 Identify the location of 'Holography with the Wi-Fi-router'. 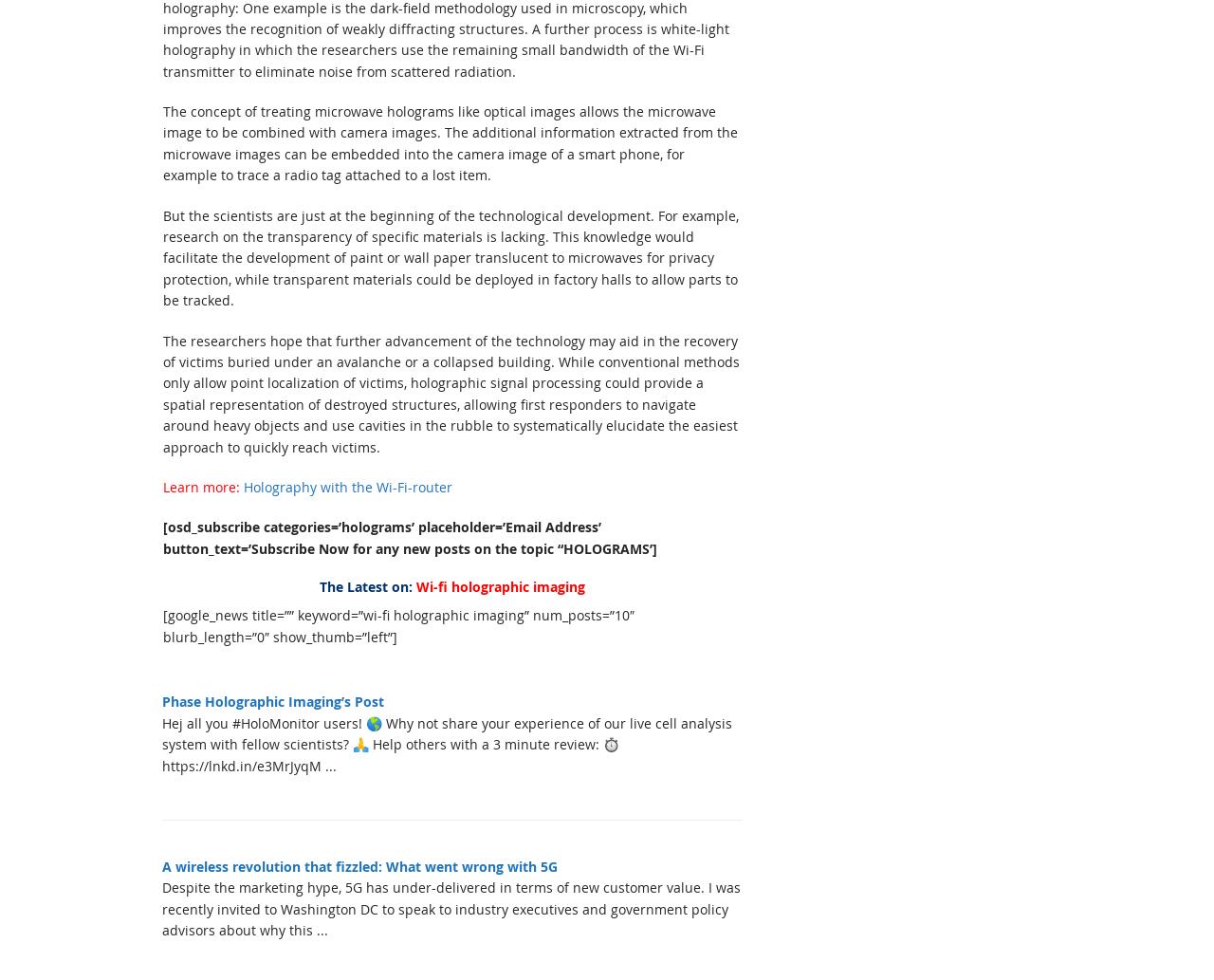
(243, 486).